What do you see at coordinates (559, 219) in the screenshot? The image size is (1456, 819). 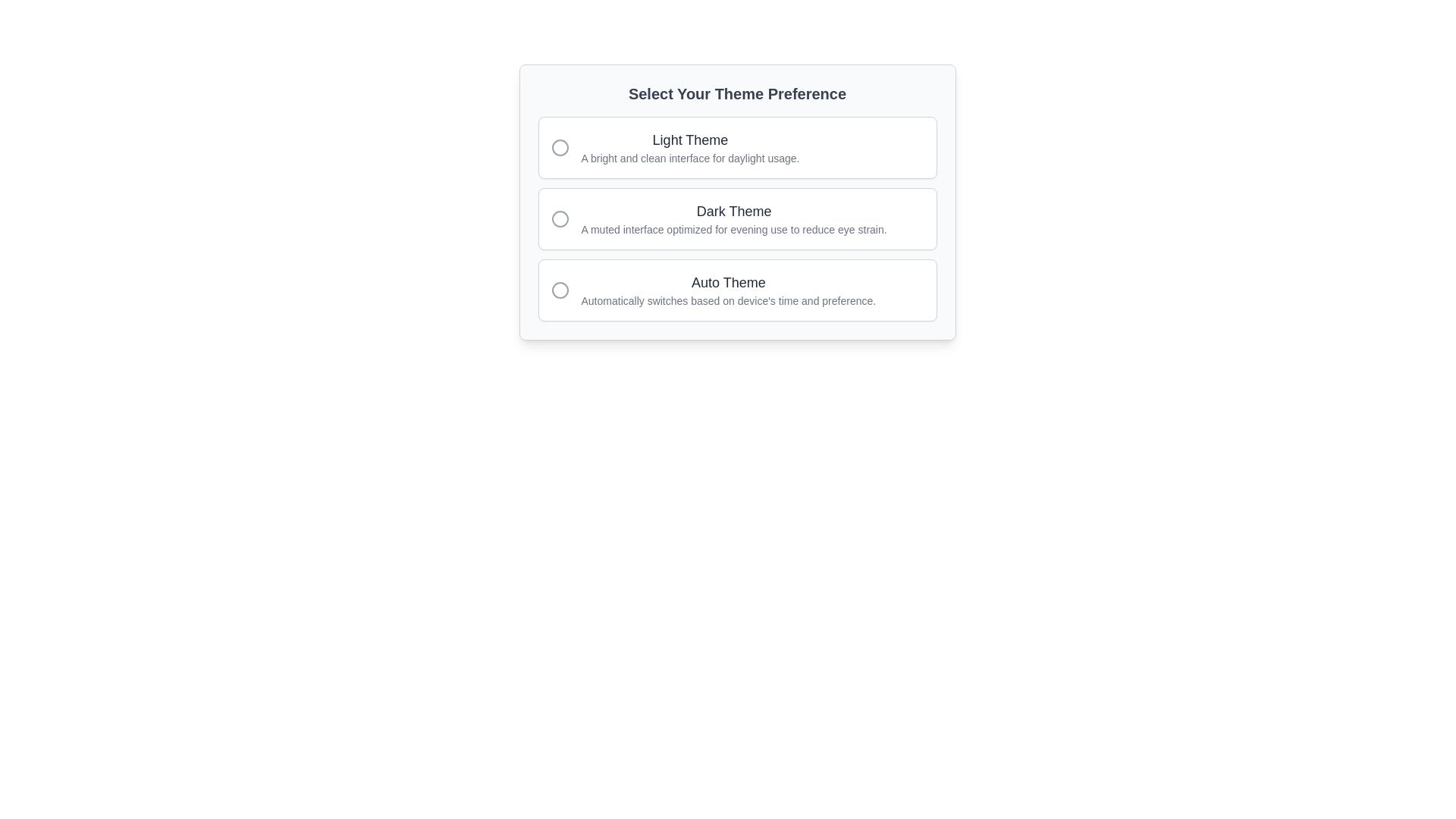 I see `the circle of the 'Dark Theme' radio button` at bounding box center [559, 219].